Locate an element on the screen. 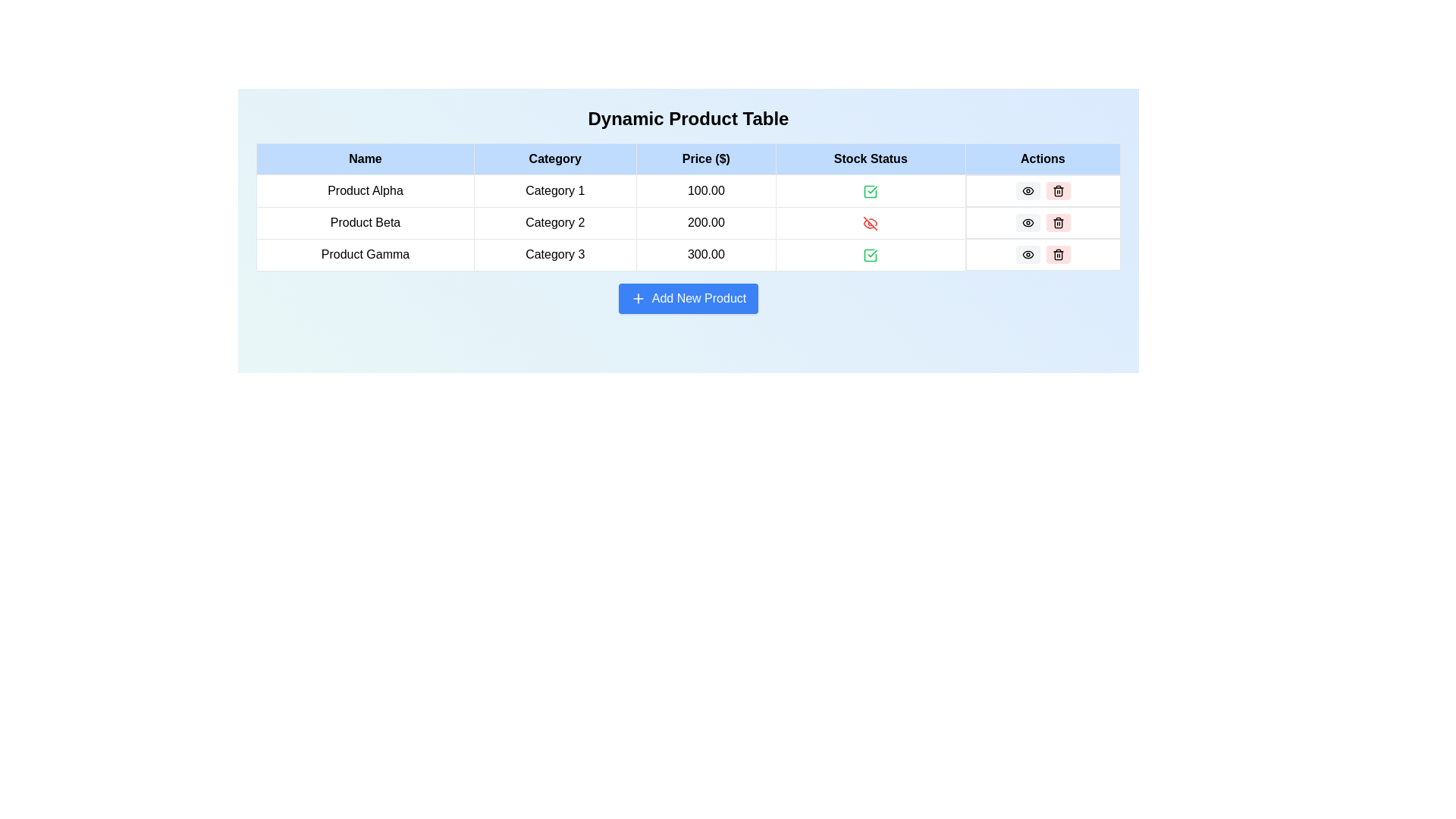 Image resolution: width=1456 pixels, height=819 pixels. the rightmost header of the table column, which indicates the type of actions available for each row, located at the top right of the header row is located at coordinates (1042, 158).